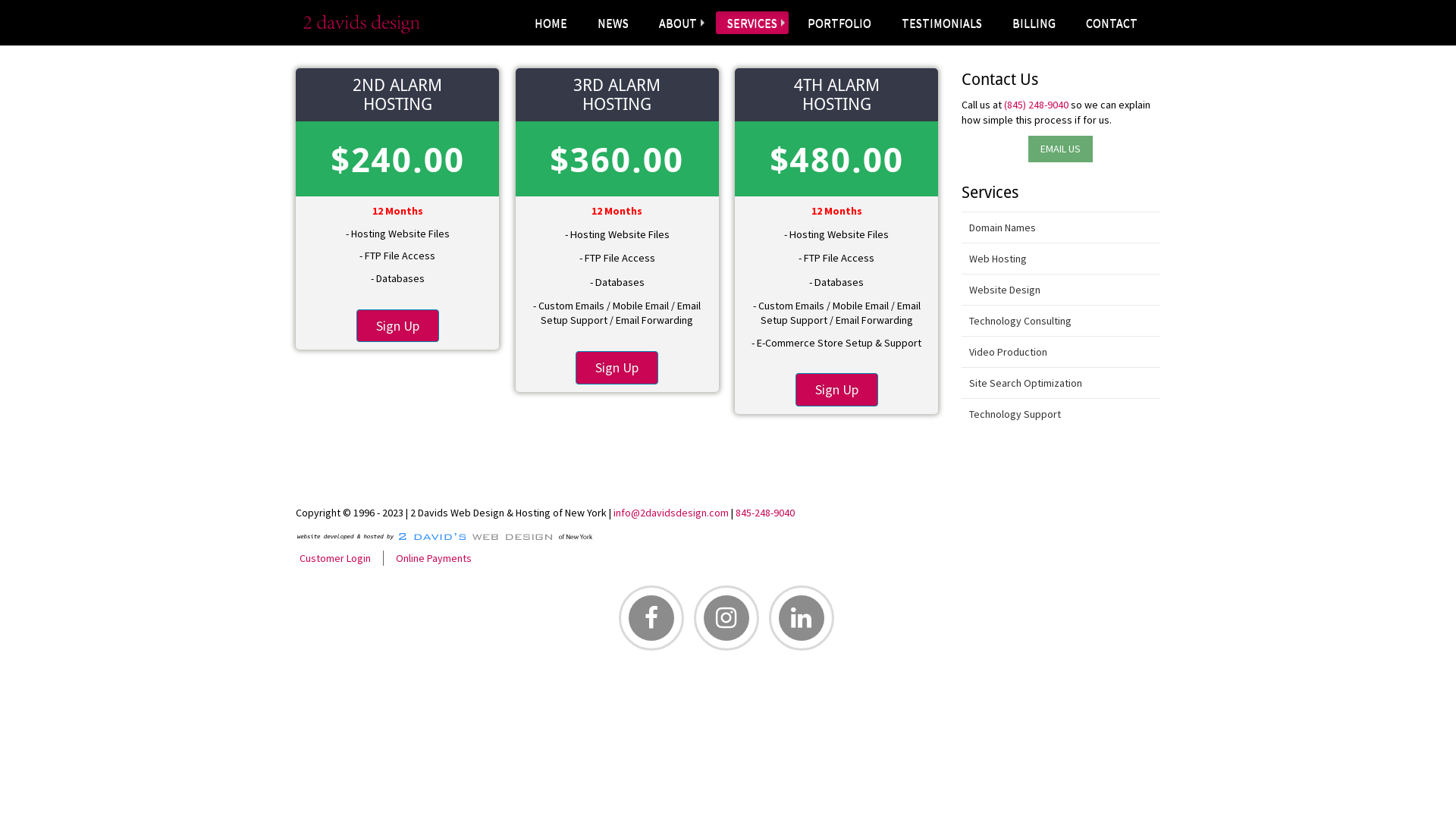 The image size is (1456, 819). I want to click on 'Video Production', so click(1060, 352).